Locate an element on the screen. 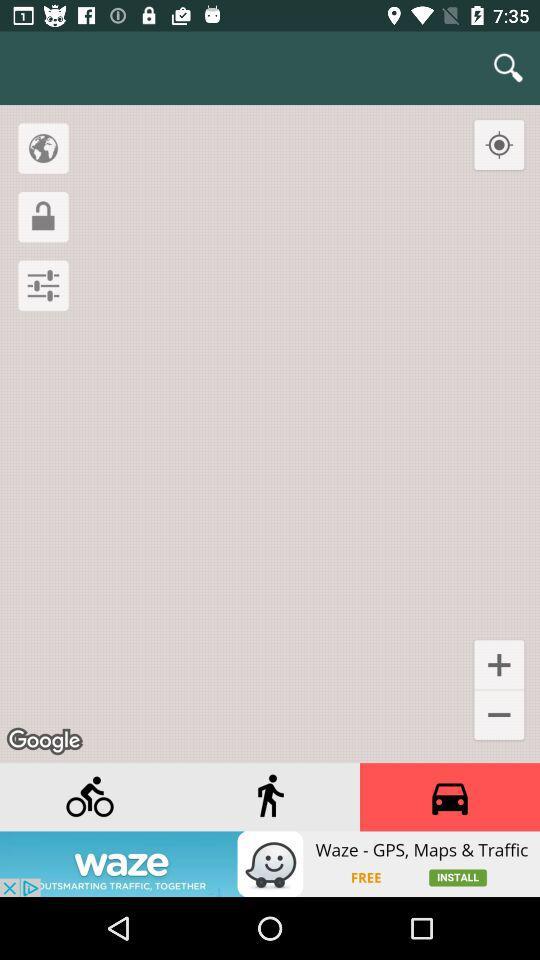 This screenshot has width=540, height=960. switch to walking is located at coordinates (270, 797).